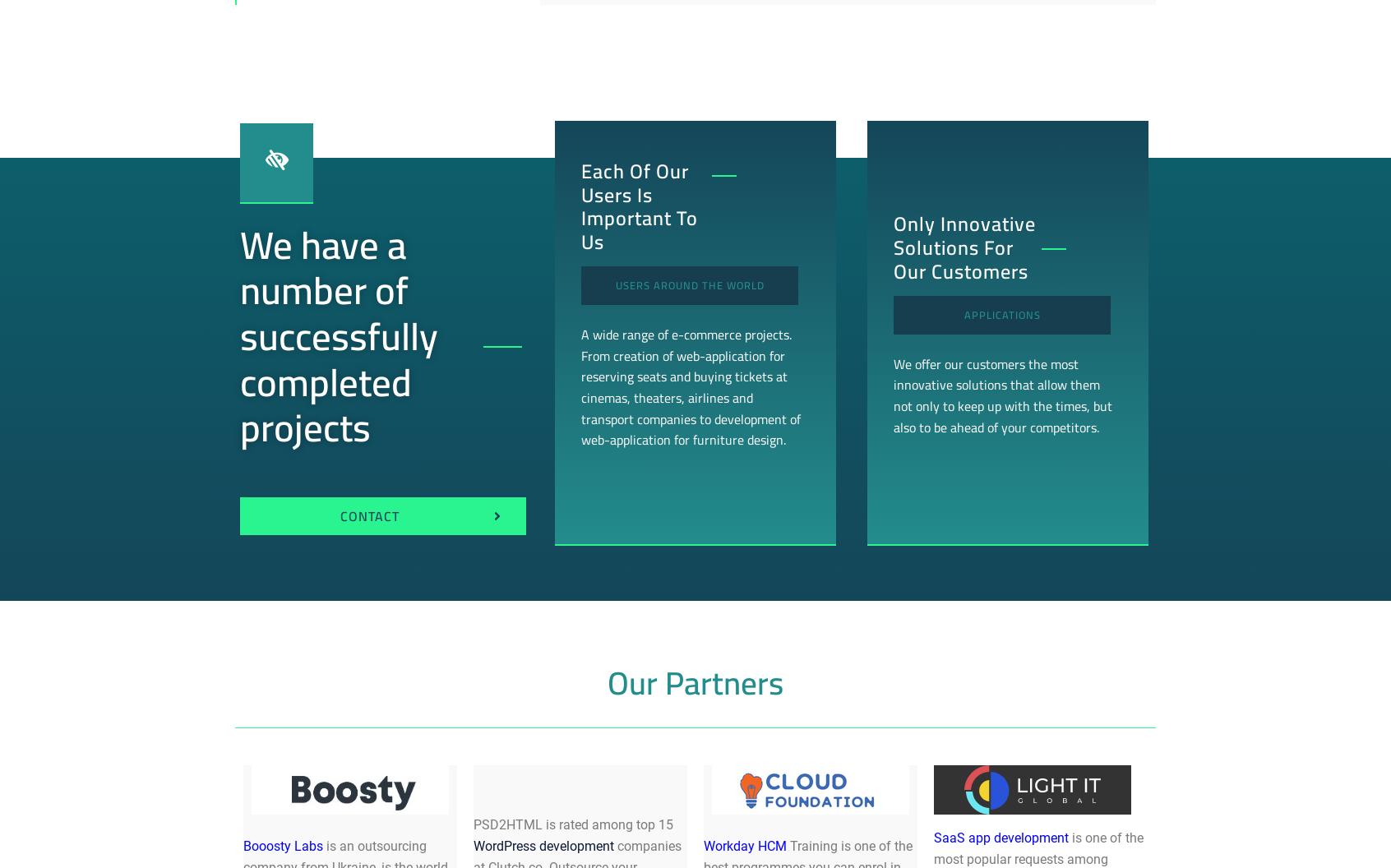  I want to click on 'Workday HCM', so click(744, 844).